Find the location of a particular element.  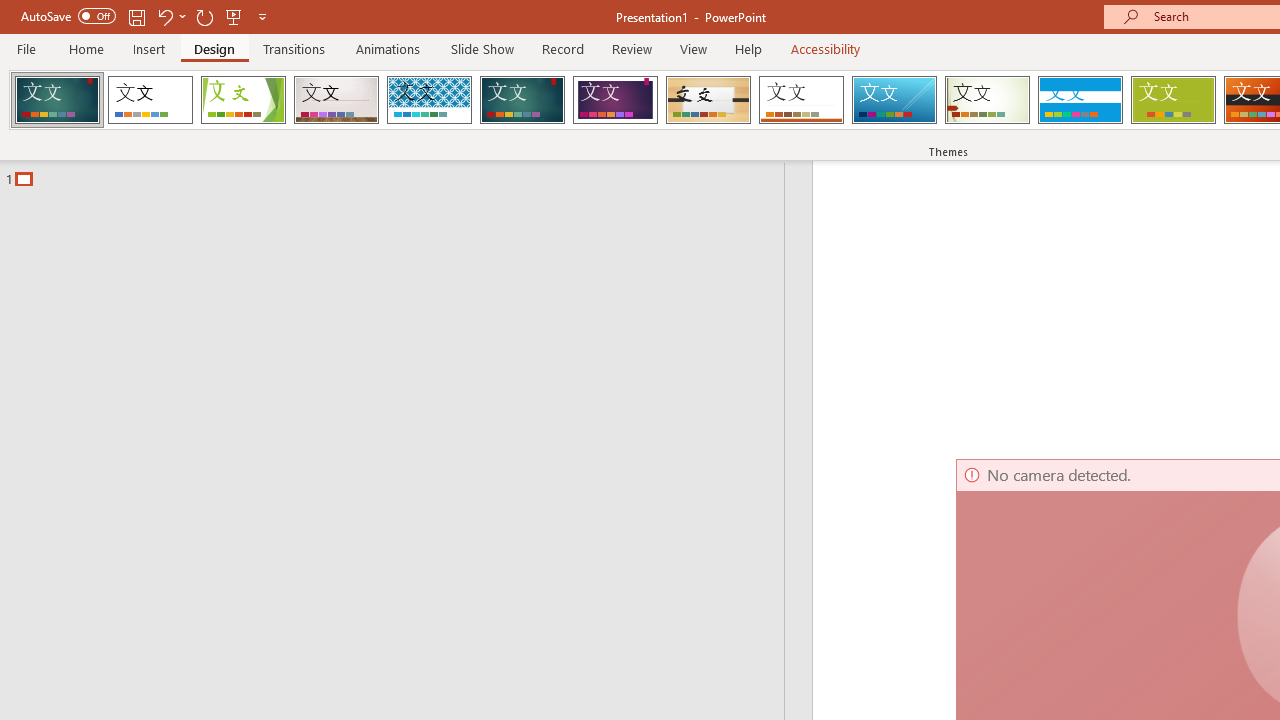

'Slice' is located at coordinates (893, 100).